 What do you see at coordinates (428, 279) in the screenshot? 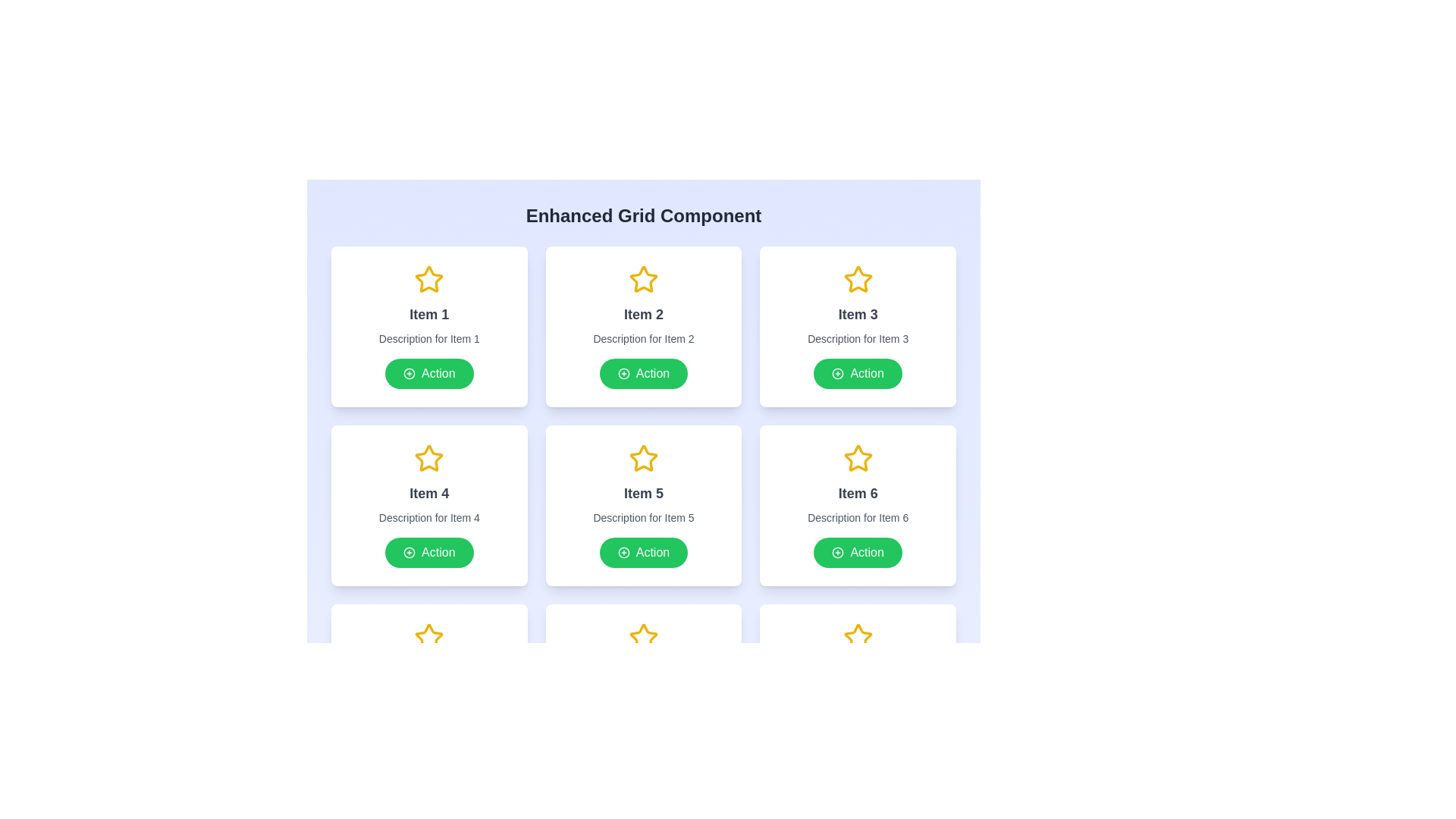
I see `the star icon in the first card of the grid layout, which is located directly above the text 'Item 1'` at bounding box center [428, 279].